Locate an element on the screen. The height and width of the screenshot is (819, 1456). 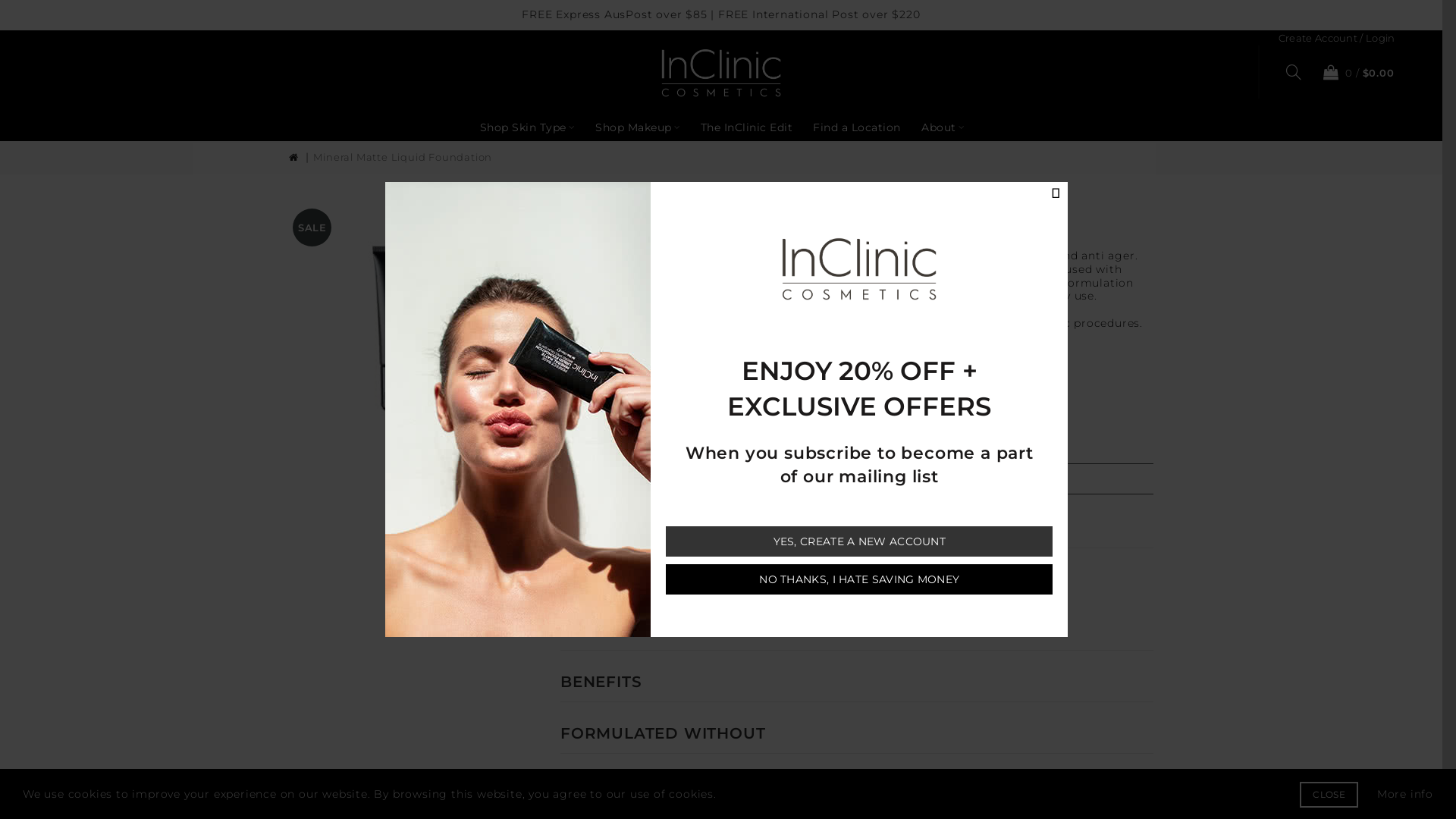
'0 / $0.00' is located at coordinates (1354, 72).